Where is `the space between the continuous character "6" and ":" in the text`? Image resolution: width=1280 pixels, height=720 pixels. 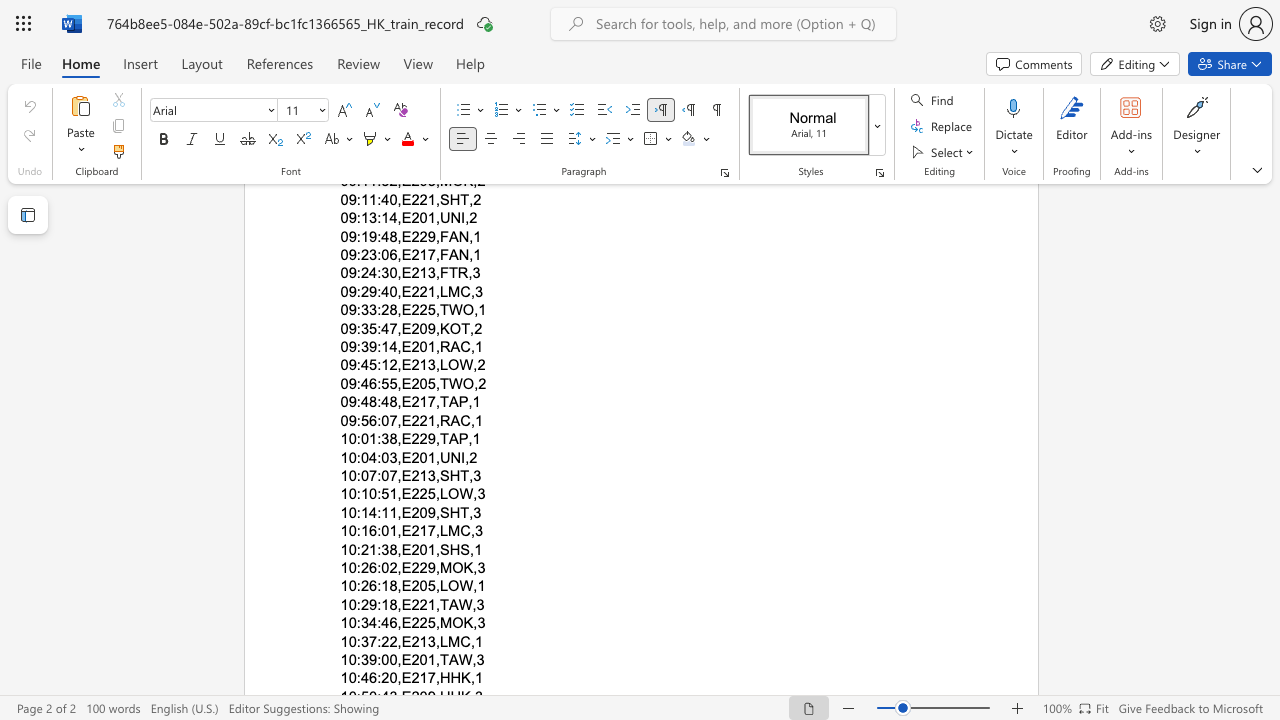
the space between the continuous character "6" and ":" in the text is located at coordinates (376, 530).